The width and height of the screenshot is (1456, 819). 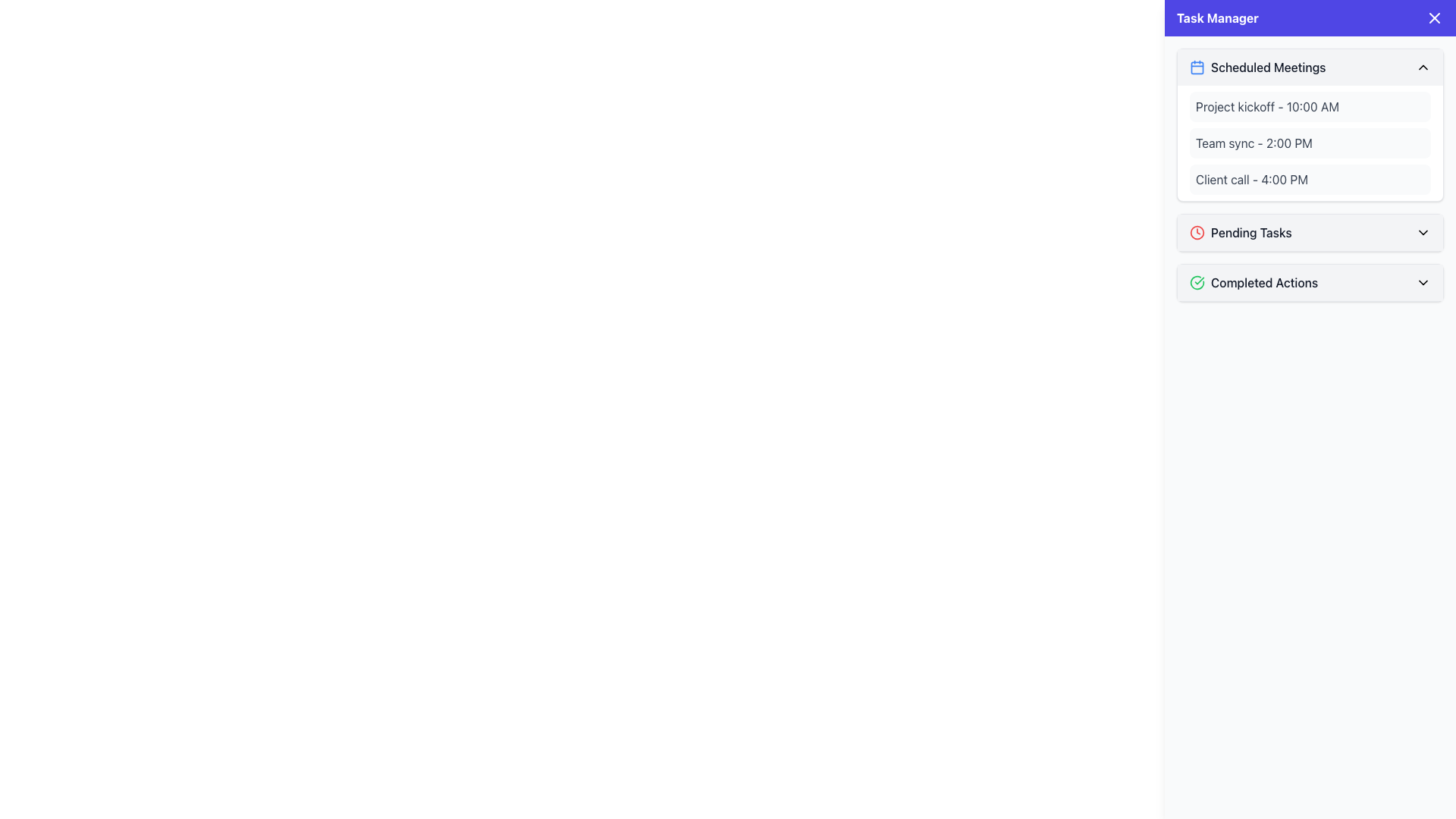 What do you see at coordinates (1254, 143) in the screenshot?
I see `the 'Team sync' scheduled meeting item in the 'Scheduled Meetings' section of the 'Task Manager' sidebar` at bounding box center [1254, 143].